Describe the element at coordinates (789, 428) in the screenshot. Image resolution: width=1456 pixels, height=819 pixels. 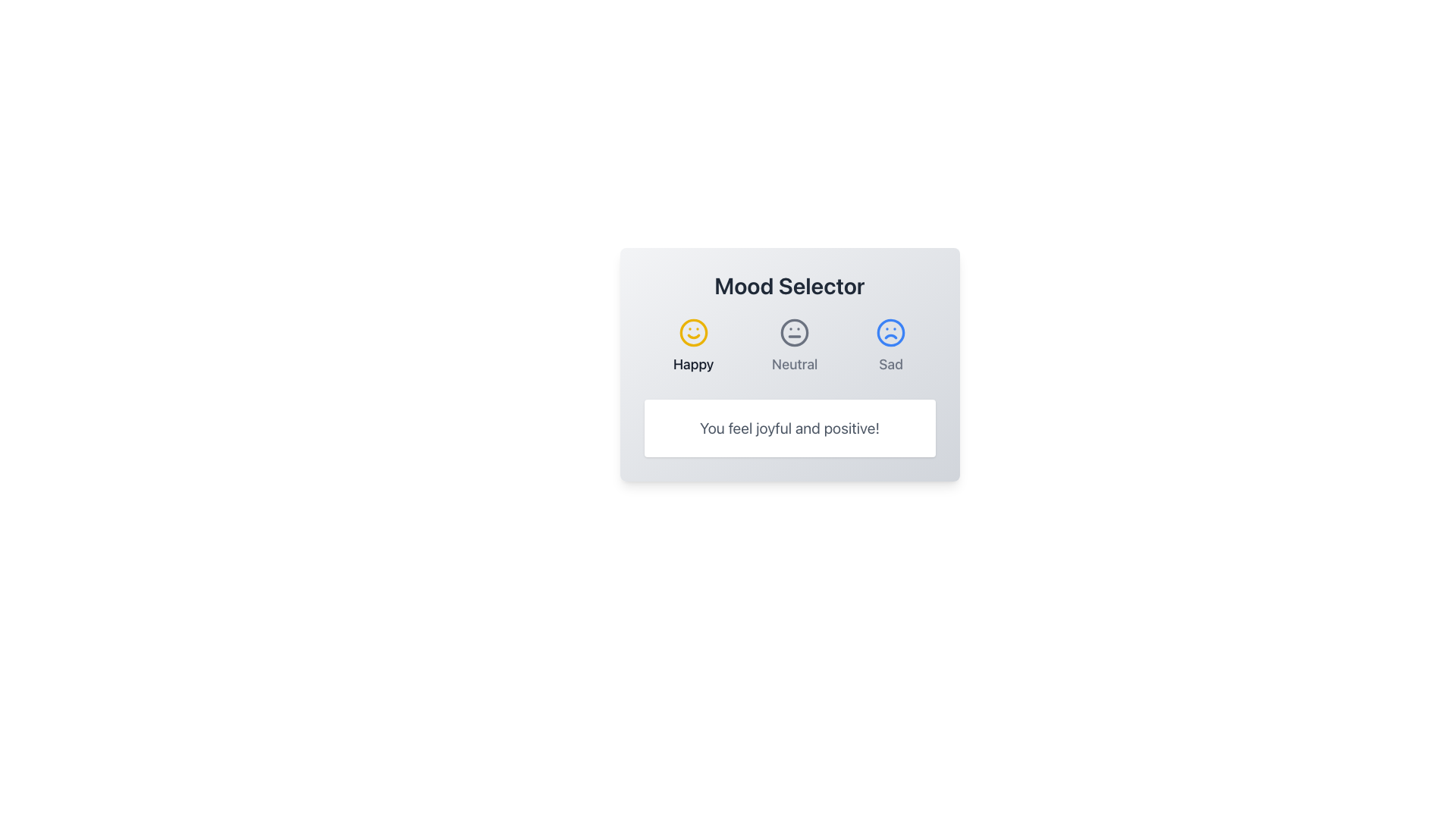
I see `prominent gray text displayed below the mood options that says 'You feel joyful and positive!'` at that location.